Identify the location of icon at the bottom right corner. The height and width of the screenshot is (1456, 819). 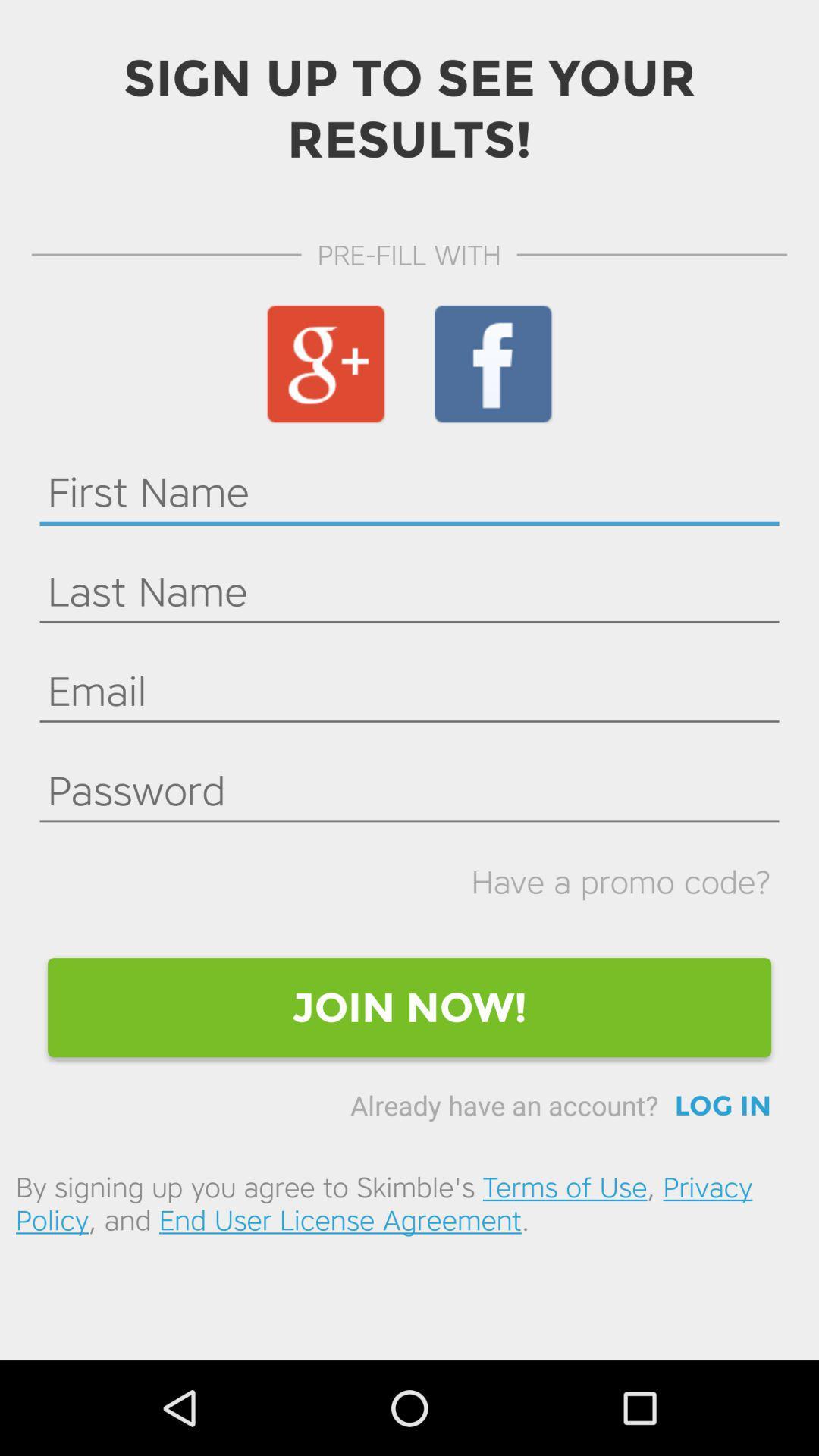
(722, 1106).